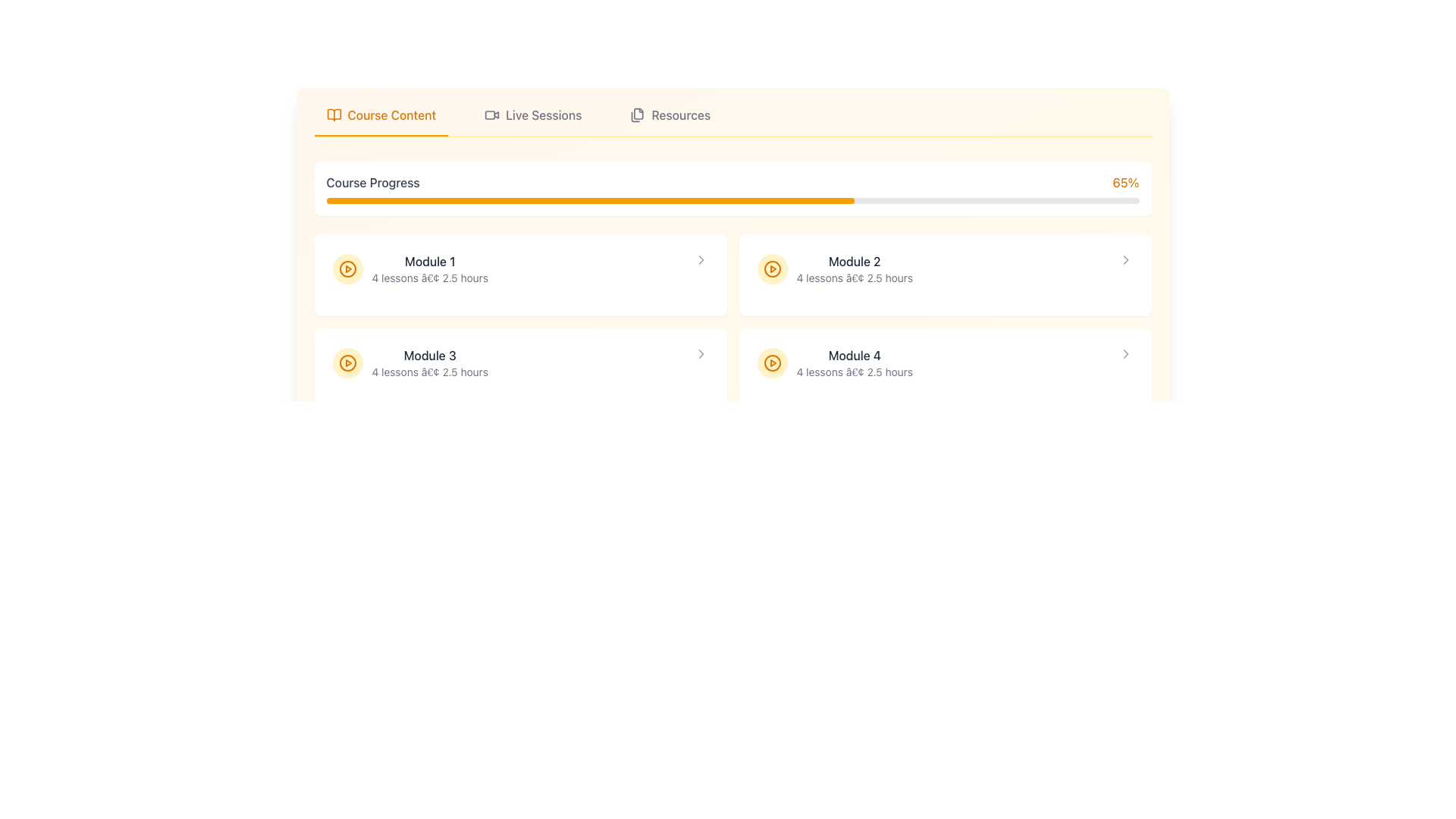 The height and width of the screenshot is (819, 1456). I want to click on summary information text label located directly below the title 'Module 1' in the top-left card of the section, so click(429, 278).